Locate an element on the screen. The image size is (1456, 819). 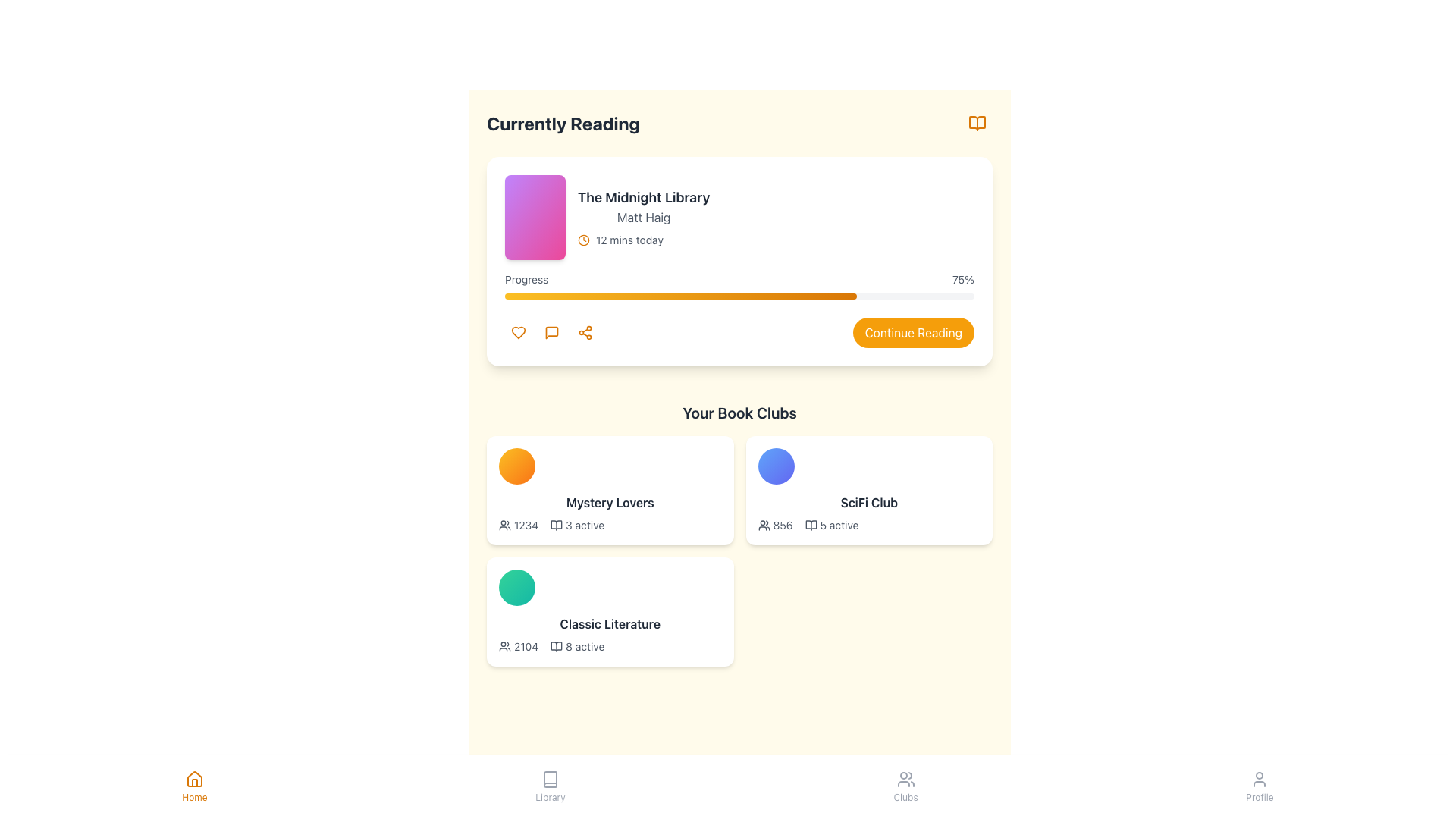
the decorative icon located within the 'Classic Literature' book club card, situated to the right of the text '2104' and before the text '8 active' is located at coordinates (556, 646).